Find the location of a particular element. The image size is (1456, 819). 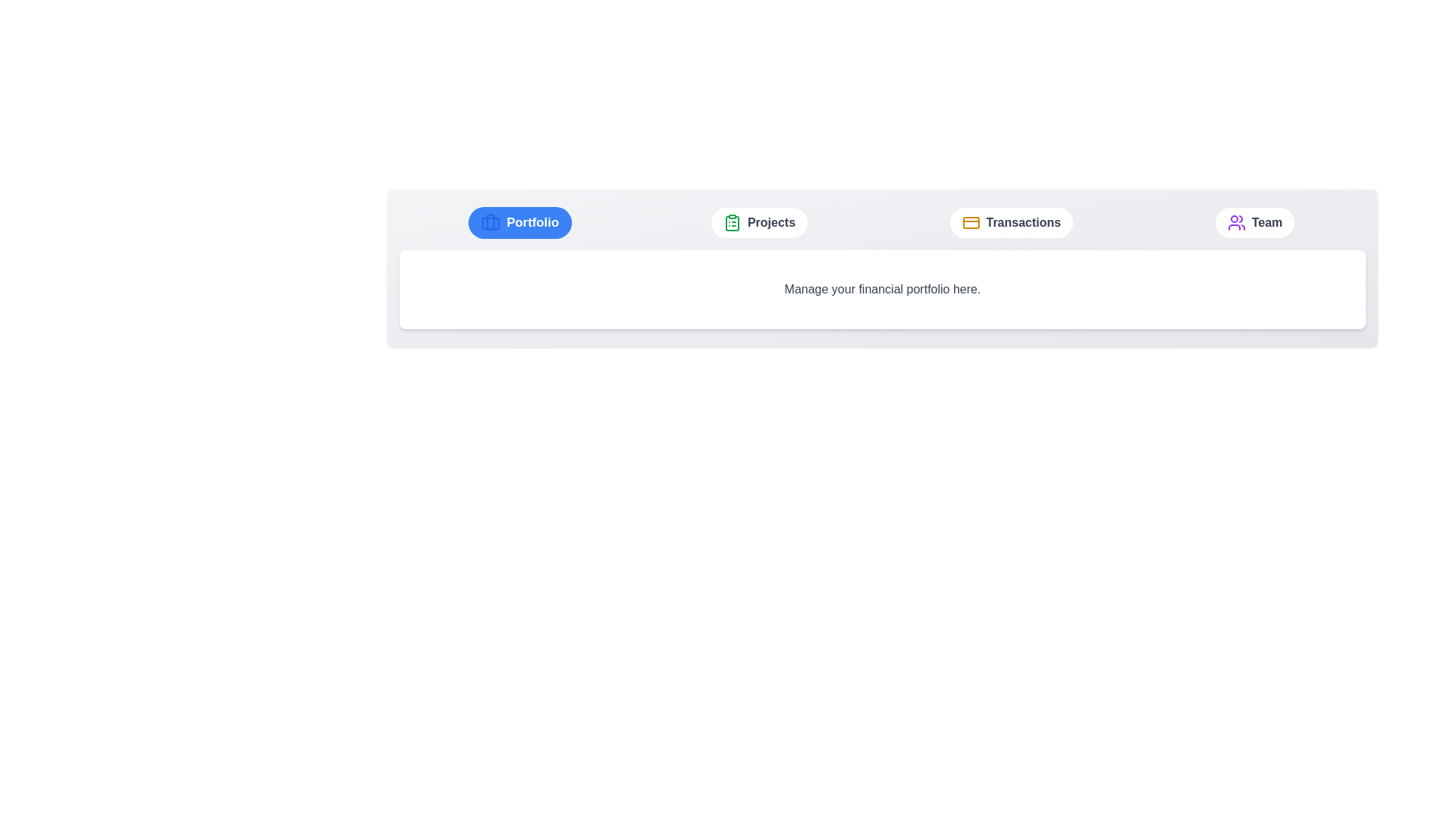

the Projects tab is located at coordinates (759, 222).